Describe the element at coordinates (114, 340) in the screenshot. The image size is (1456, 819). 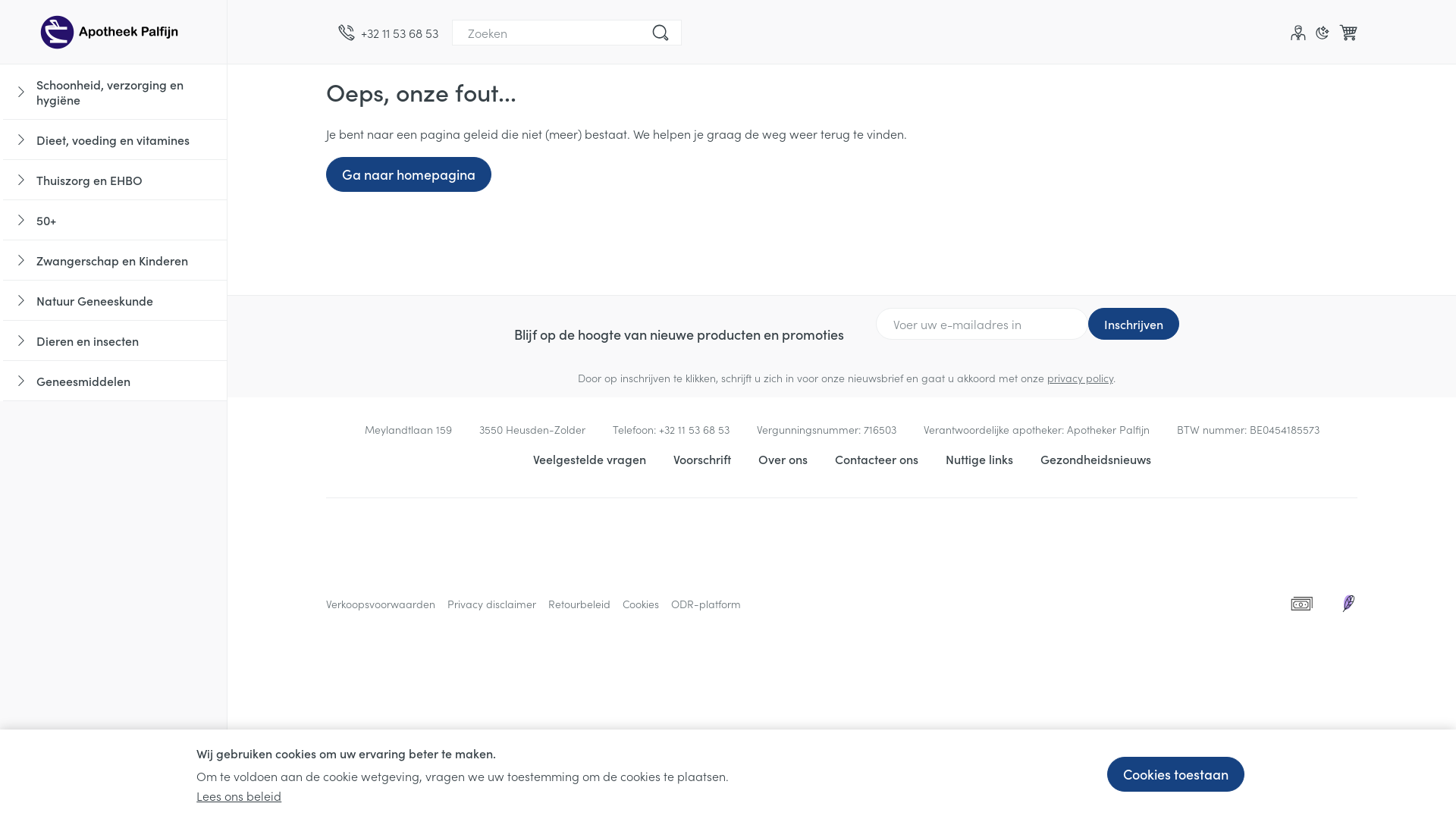
I see `'Dieren en insecten'` at that location.